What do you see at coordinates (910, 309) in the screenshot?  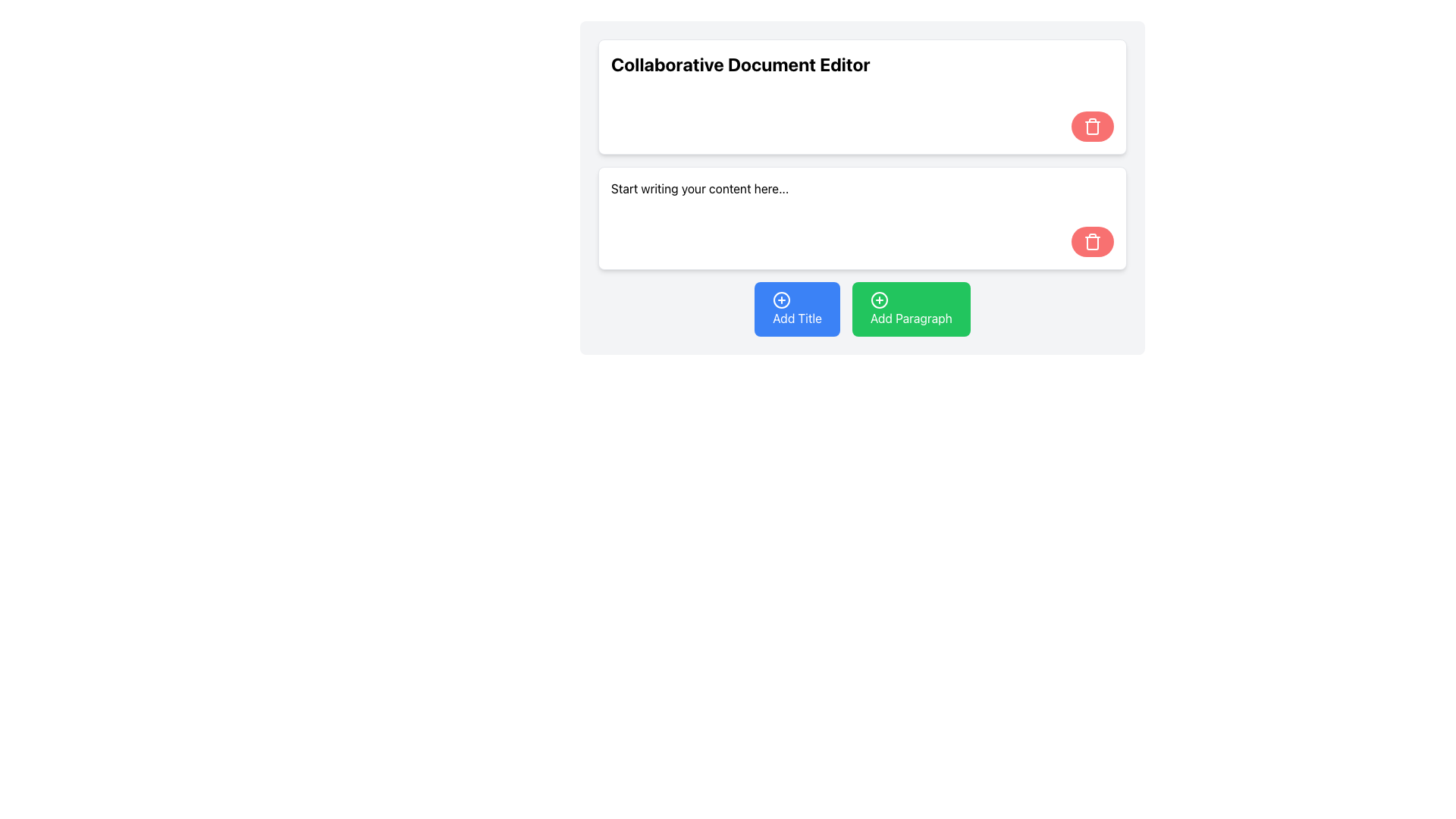 I see `the green rectangular button labeled 'Add Paragraph' with a plus icon` at bounding box center [910, 309].